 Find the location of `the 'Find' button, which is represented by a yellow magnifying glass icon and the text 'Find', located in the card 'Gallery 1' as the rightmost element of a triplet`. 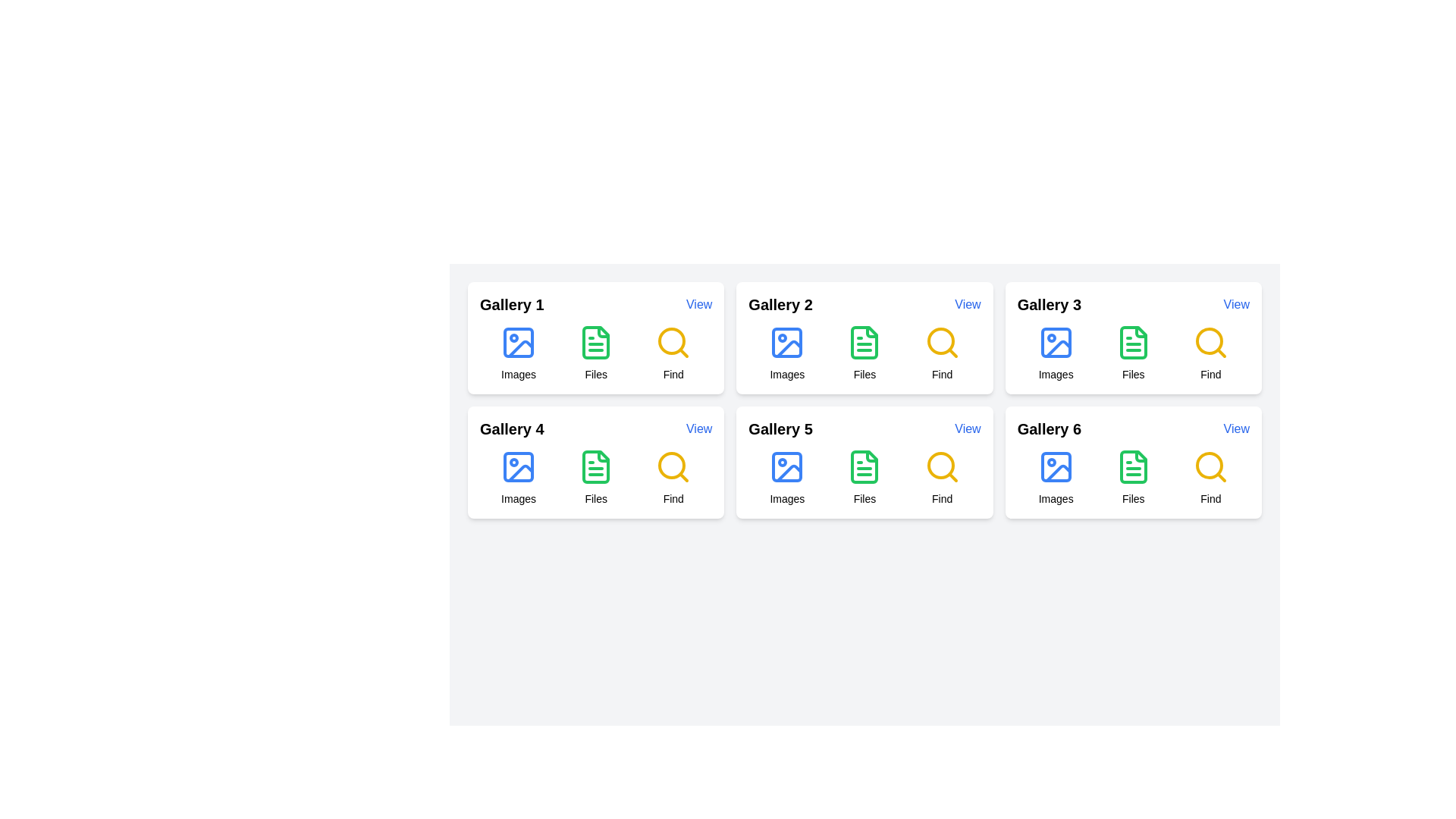

the 'Find' button, which is represented by a yellow magnifying glass icon and the text 'Find', located in the card 'Gallery 1' as the rightmost element of a triplet is located at coordinates (673, 353).